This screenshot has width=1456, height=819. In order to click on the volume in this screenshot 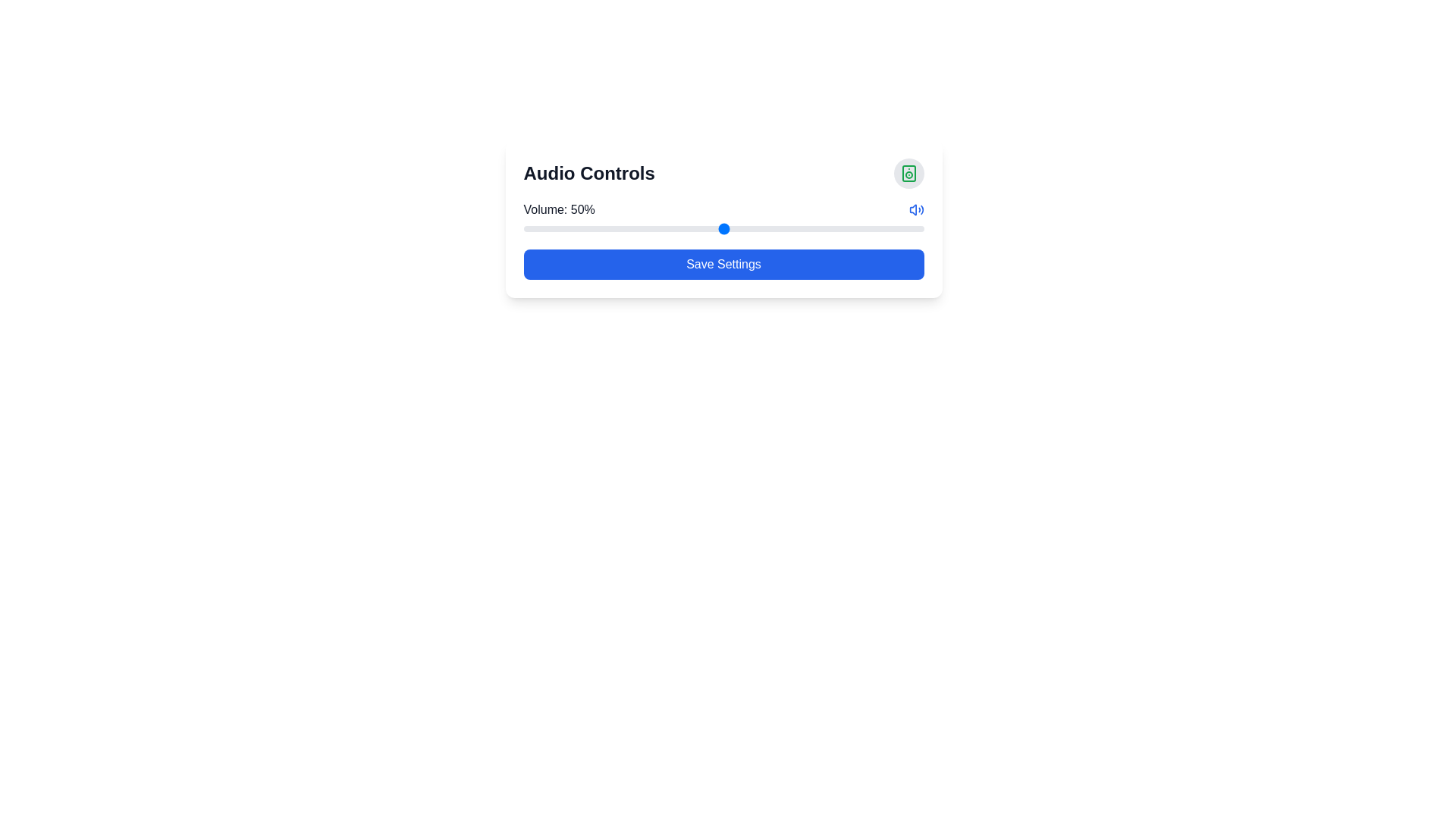, I will do `click(883, 228)`.